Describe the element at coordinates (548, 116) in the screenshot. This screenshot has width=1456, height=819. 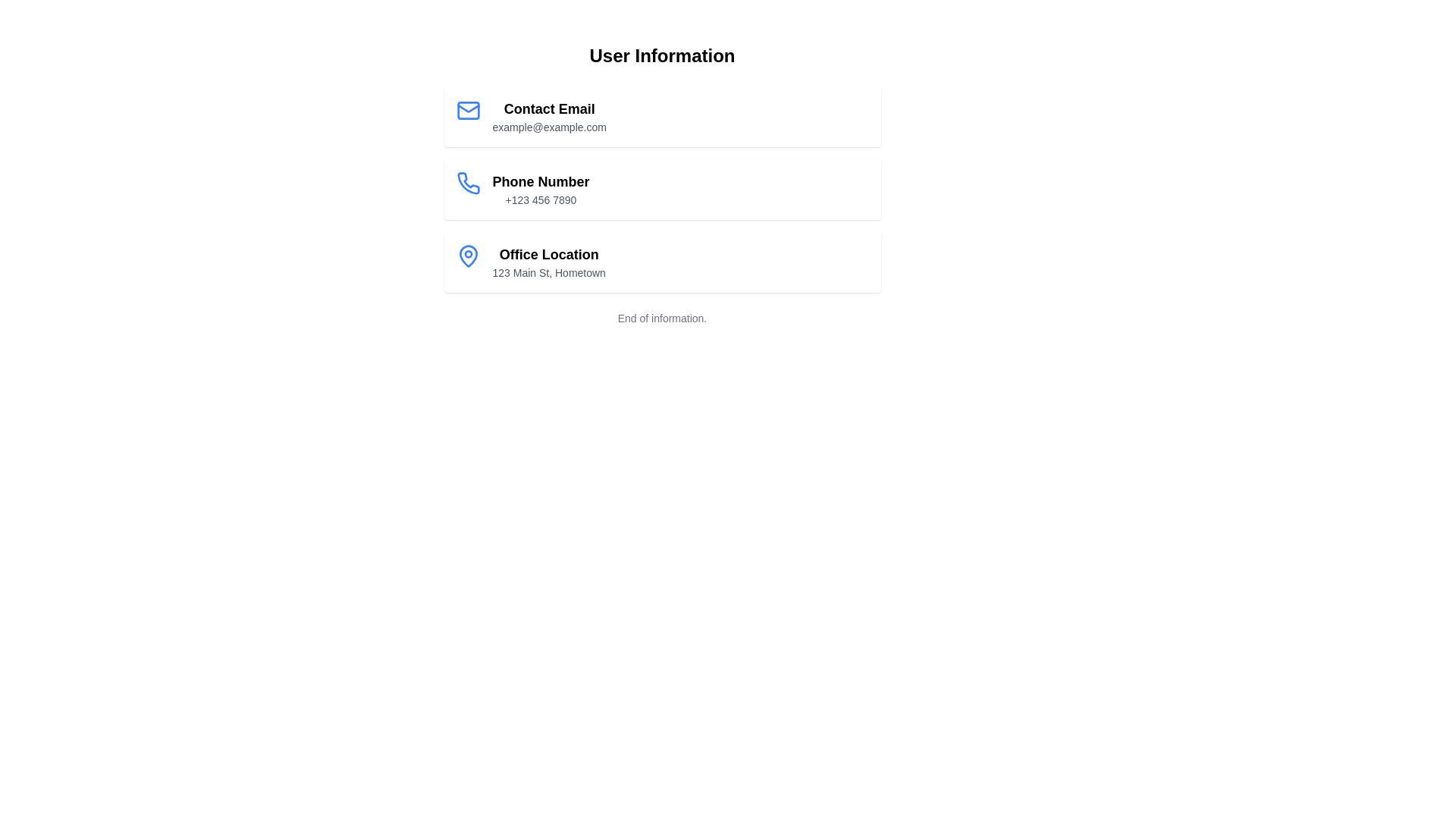
I see `the text display block that shows the contact email information, located at the top of a vertical list within a card layout` at that location.